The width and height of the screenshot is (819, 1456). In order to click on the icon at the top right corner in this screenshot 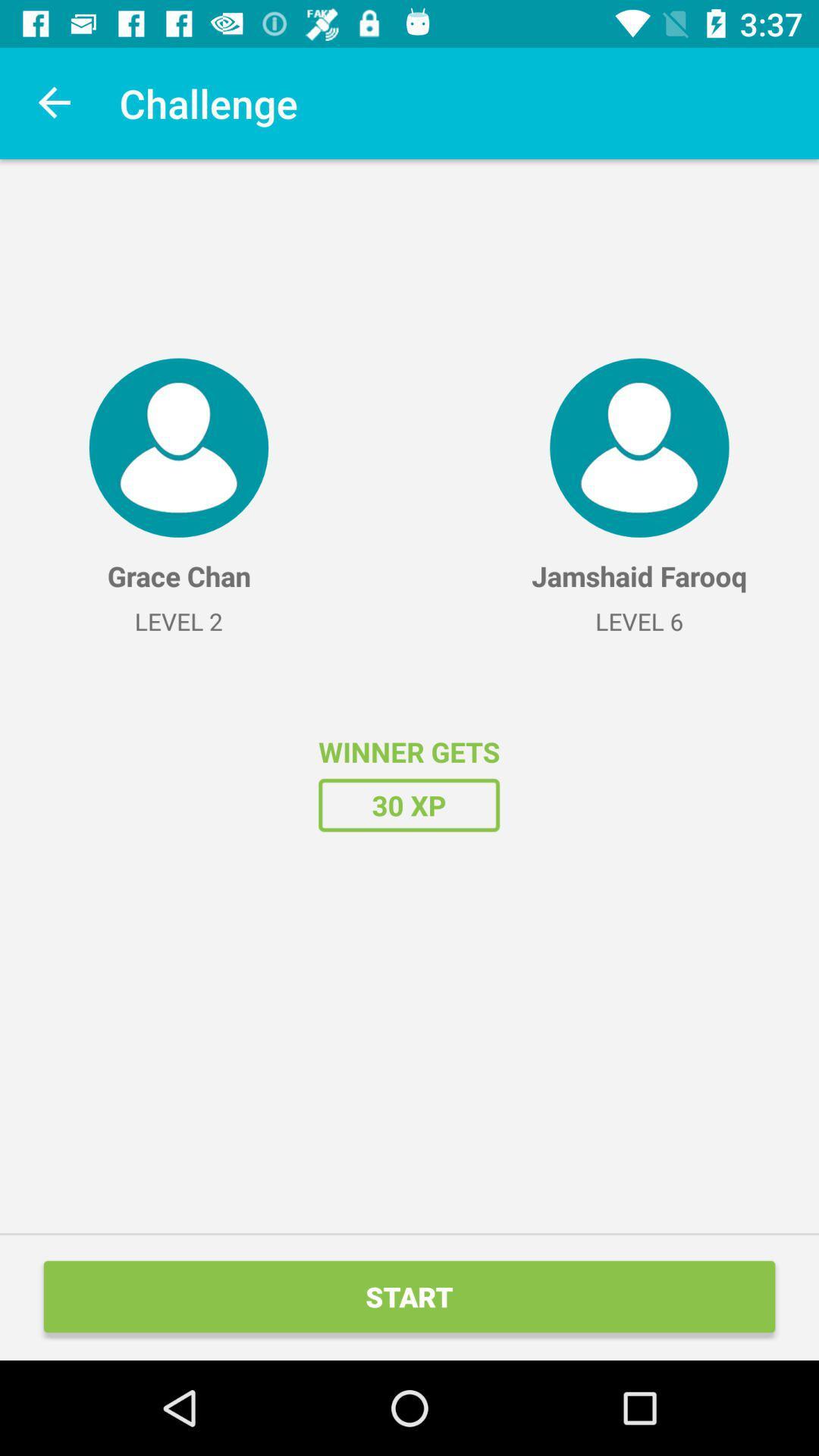, I will do `click(639, 447)`.